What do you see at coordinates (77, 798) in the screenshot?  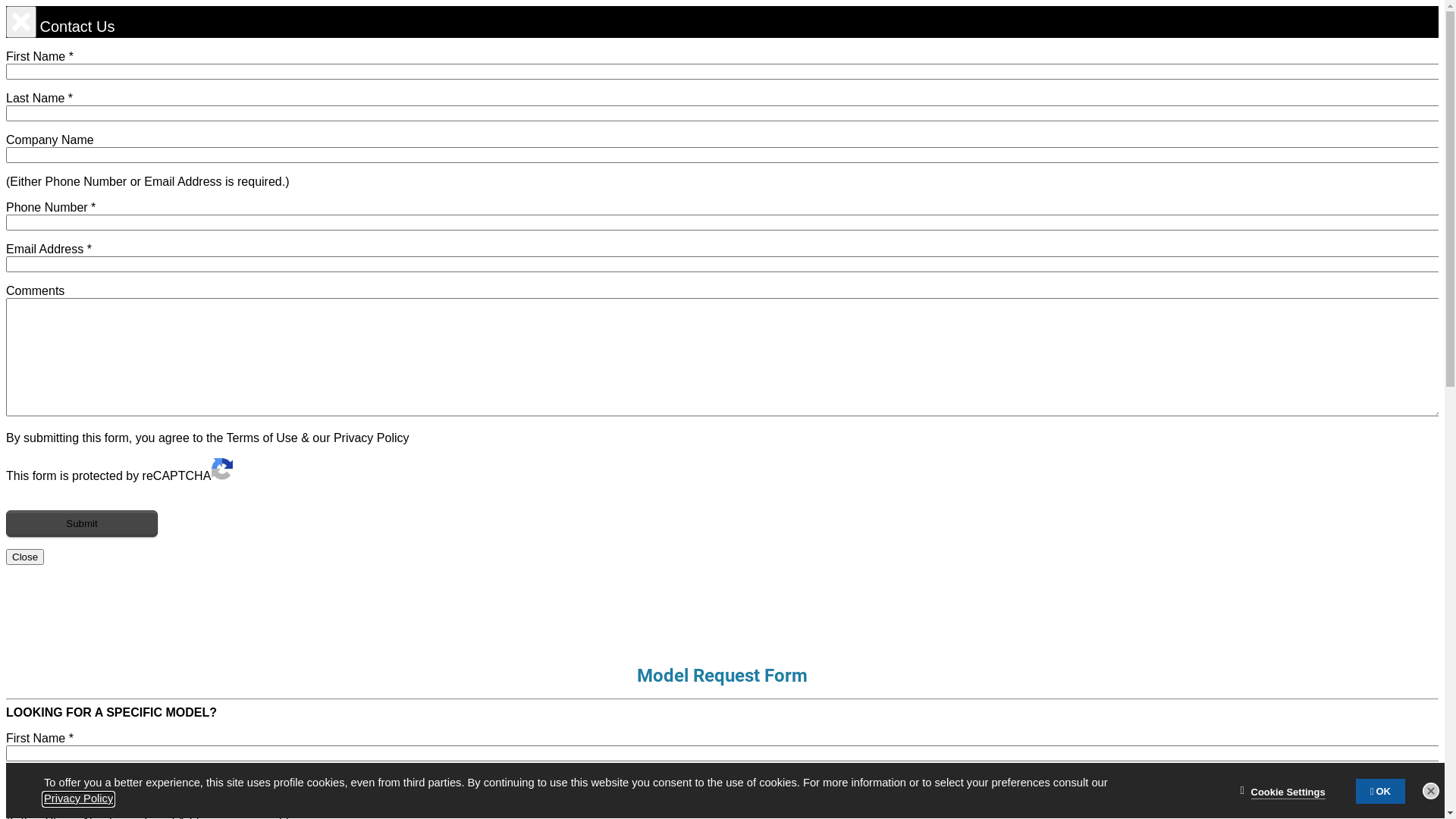 I see `'Privacy Policy'` at bounding box center [77, 798].